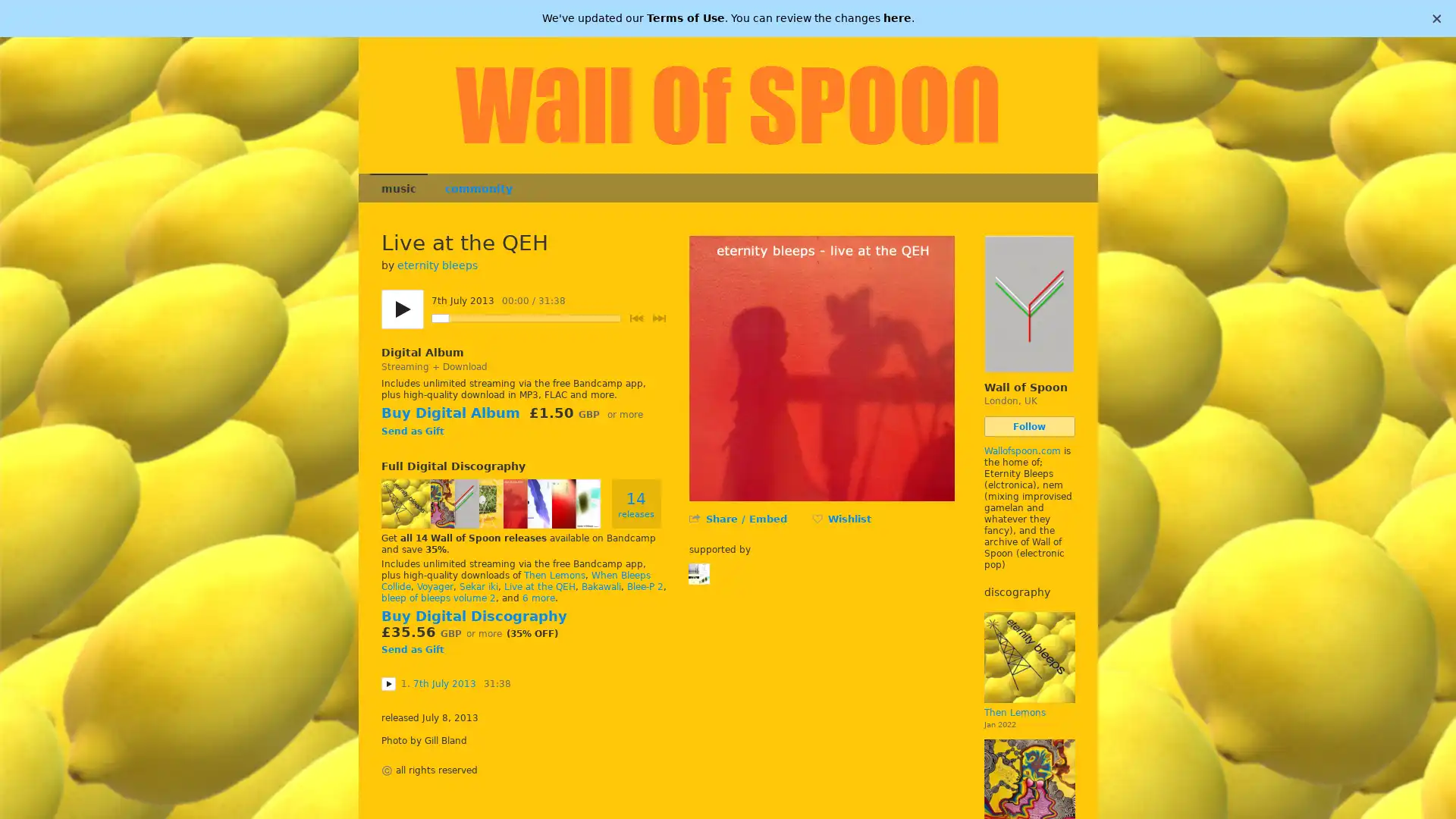  Describe the element at coordinates (412, 432) in the screenshot. I see `Send as Gift` at that location.